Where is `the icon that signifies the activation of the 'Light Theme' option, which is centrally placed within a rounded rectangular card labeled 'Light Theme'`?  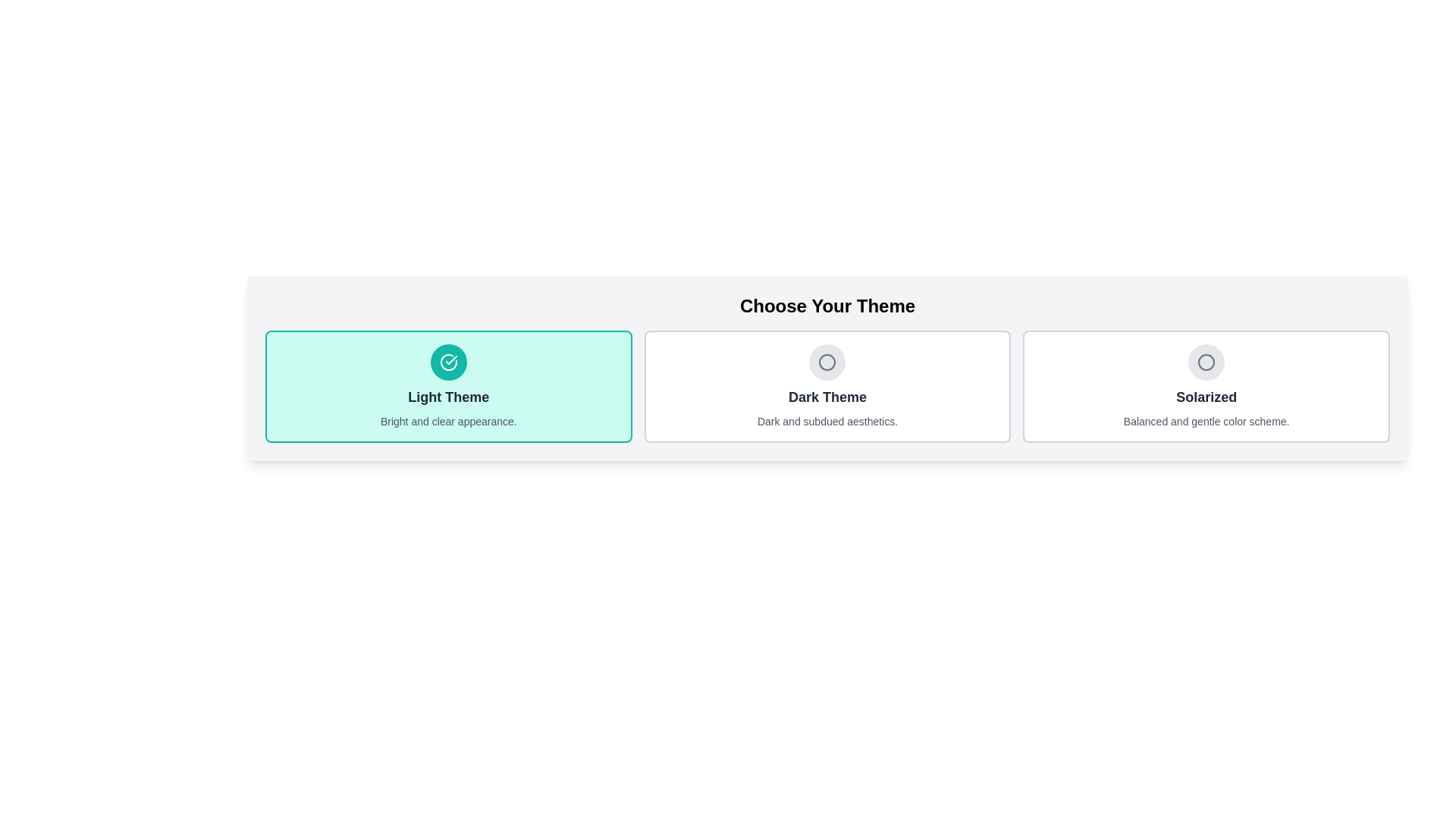 the icon that signifies the activation of the 'Light Theme' option, which is centrally placed within a rounded rectangular card labeled 'Light Theme' is located at coordinates (447, 362).